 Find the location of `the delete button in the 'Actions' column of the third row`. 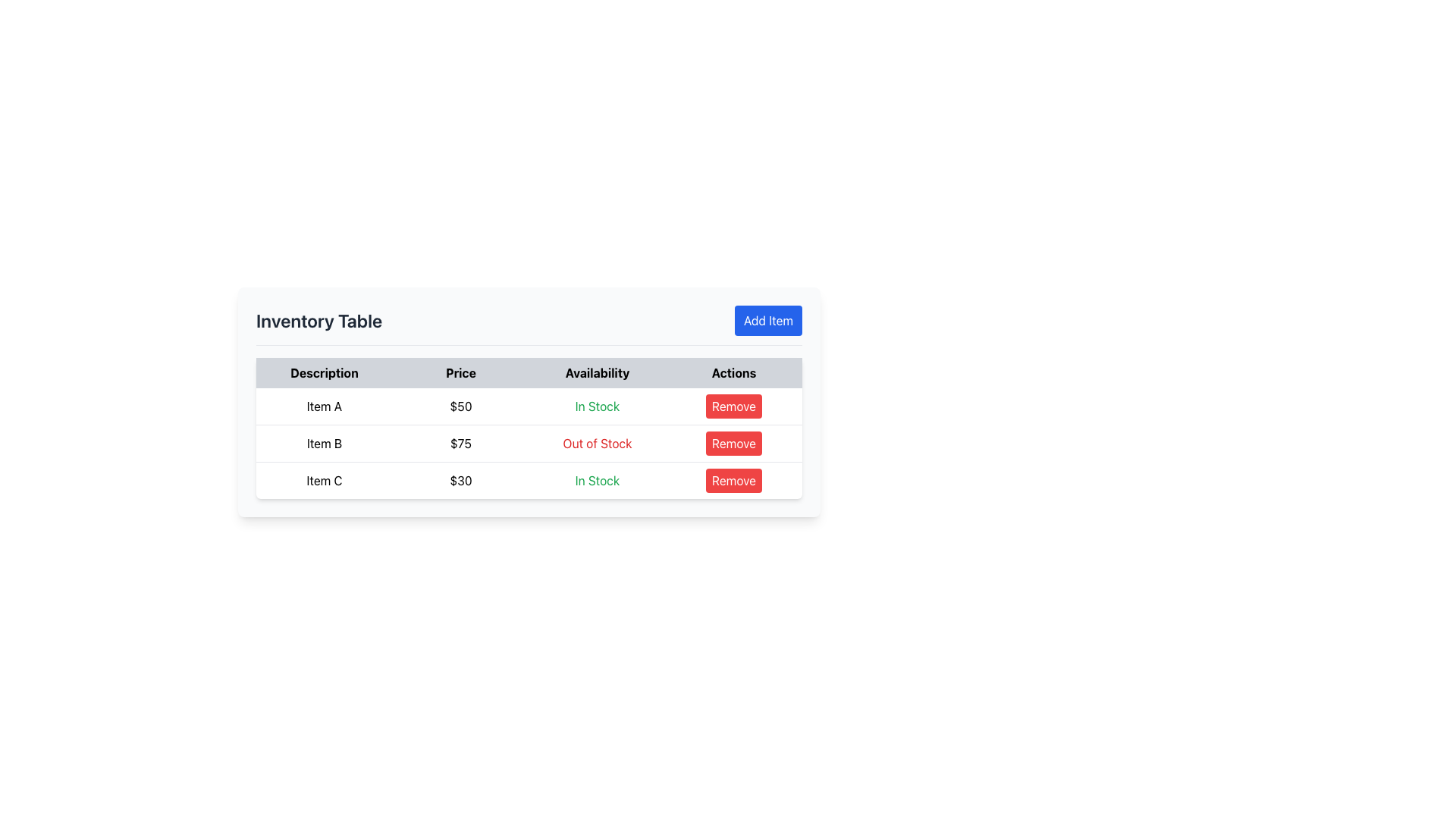

the delete button in the 'Actions' column of the third row is located at coordinates (734, 406).